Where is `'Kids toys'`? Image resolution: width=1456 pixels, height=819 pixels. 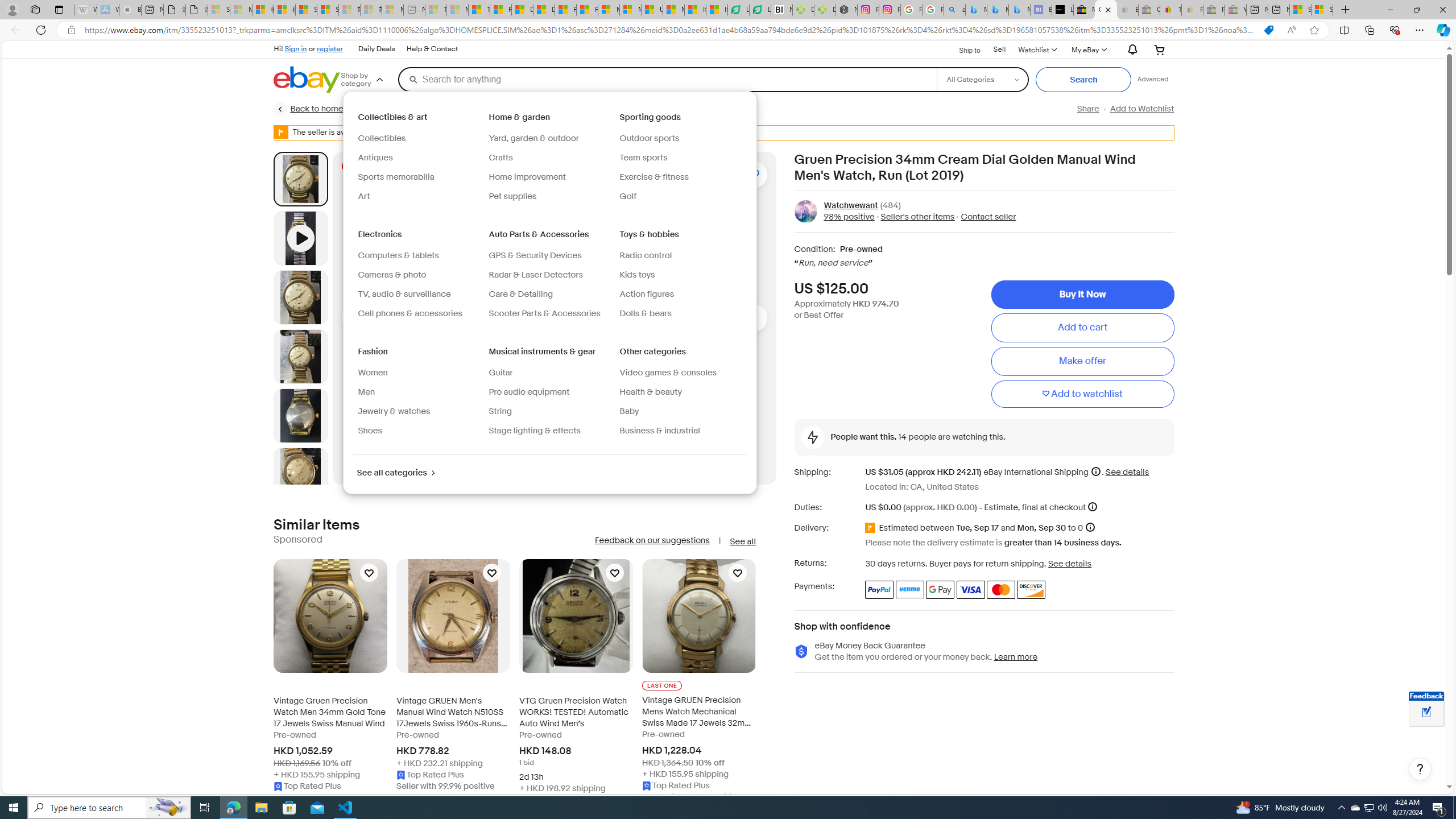 'Kids toys' is located at coordinates (679, 274).